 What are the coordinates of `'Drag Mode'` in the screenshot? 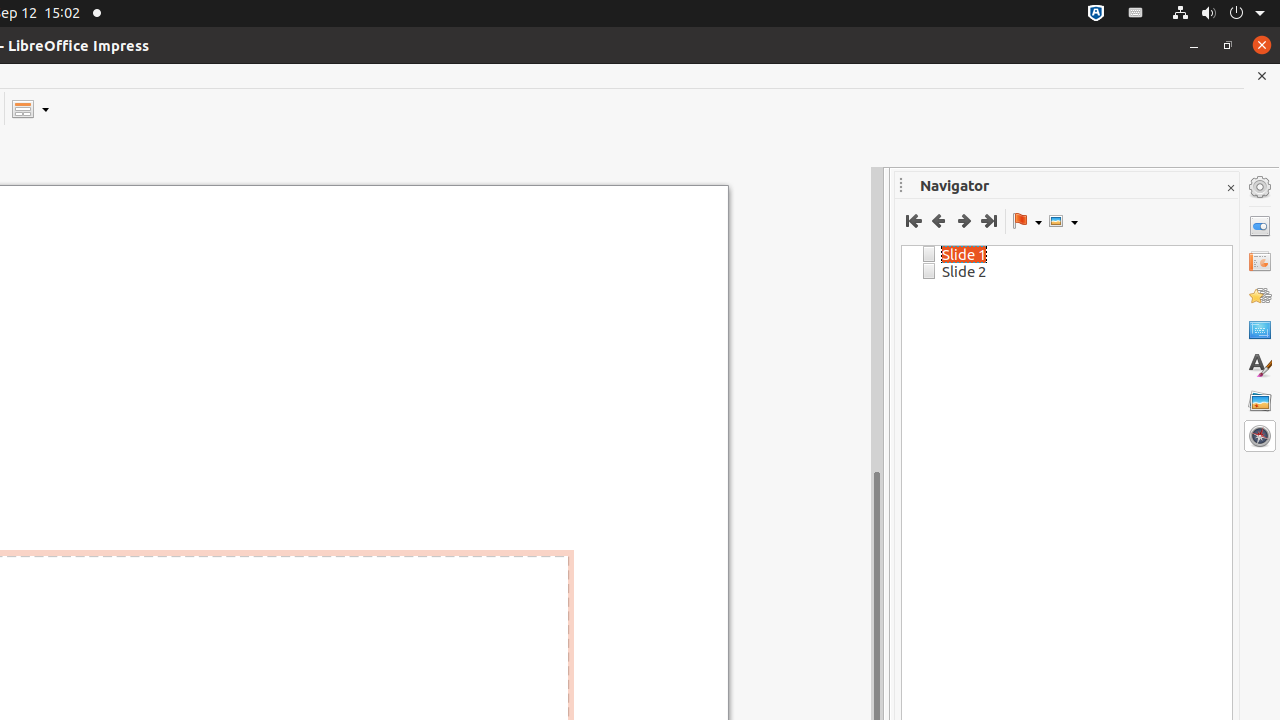 It's located at (1026, 221).